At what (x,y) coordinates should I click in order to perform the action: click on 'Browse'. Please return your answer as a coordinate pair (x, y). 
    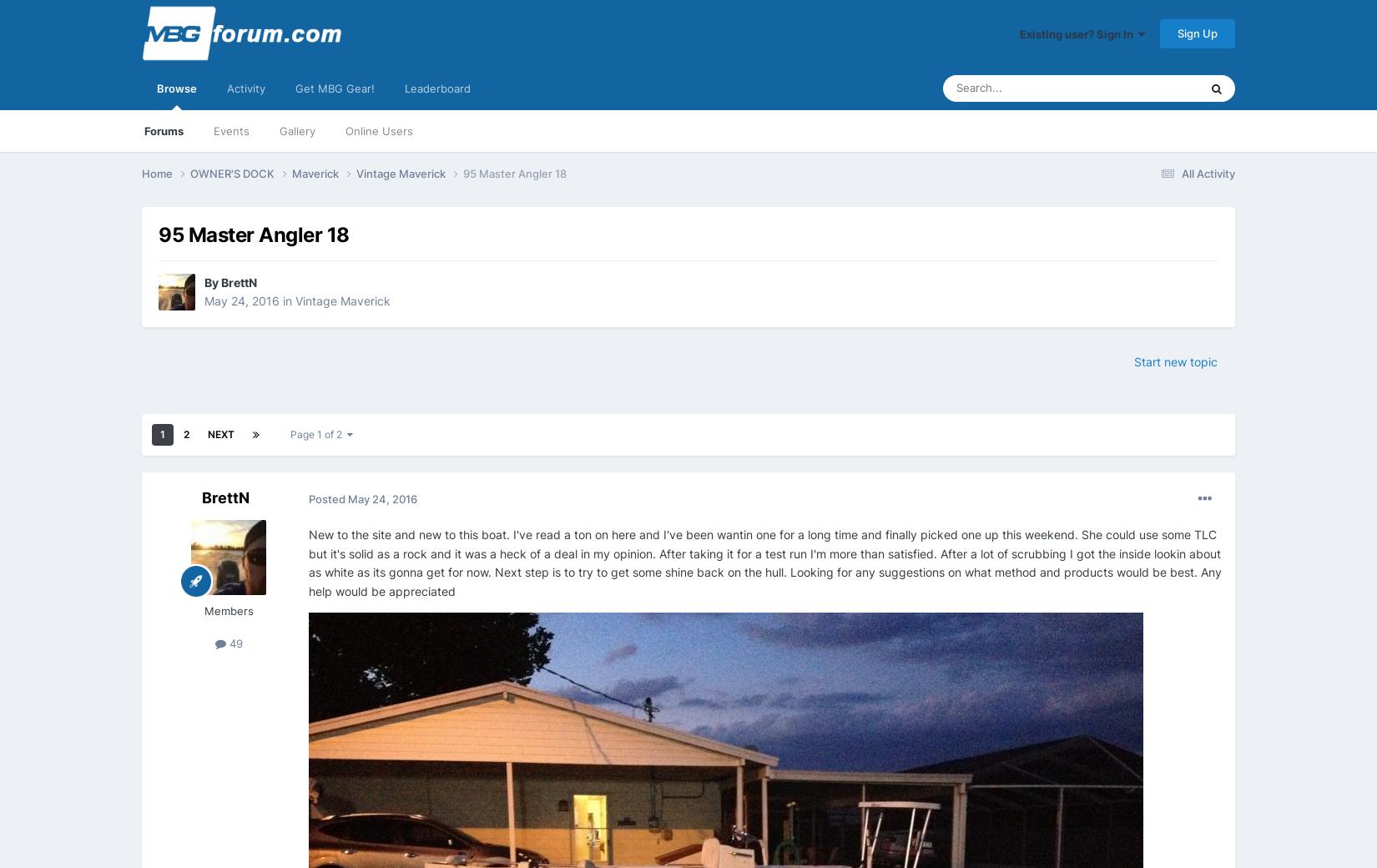
    Looking at the image, I should click on (177, 87).